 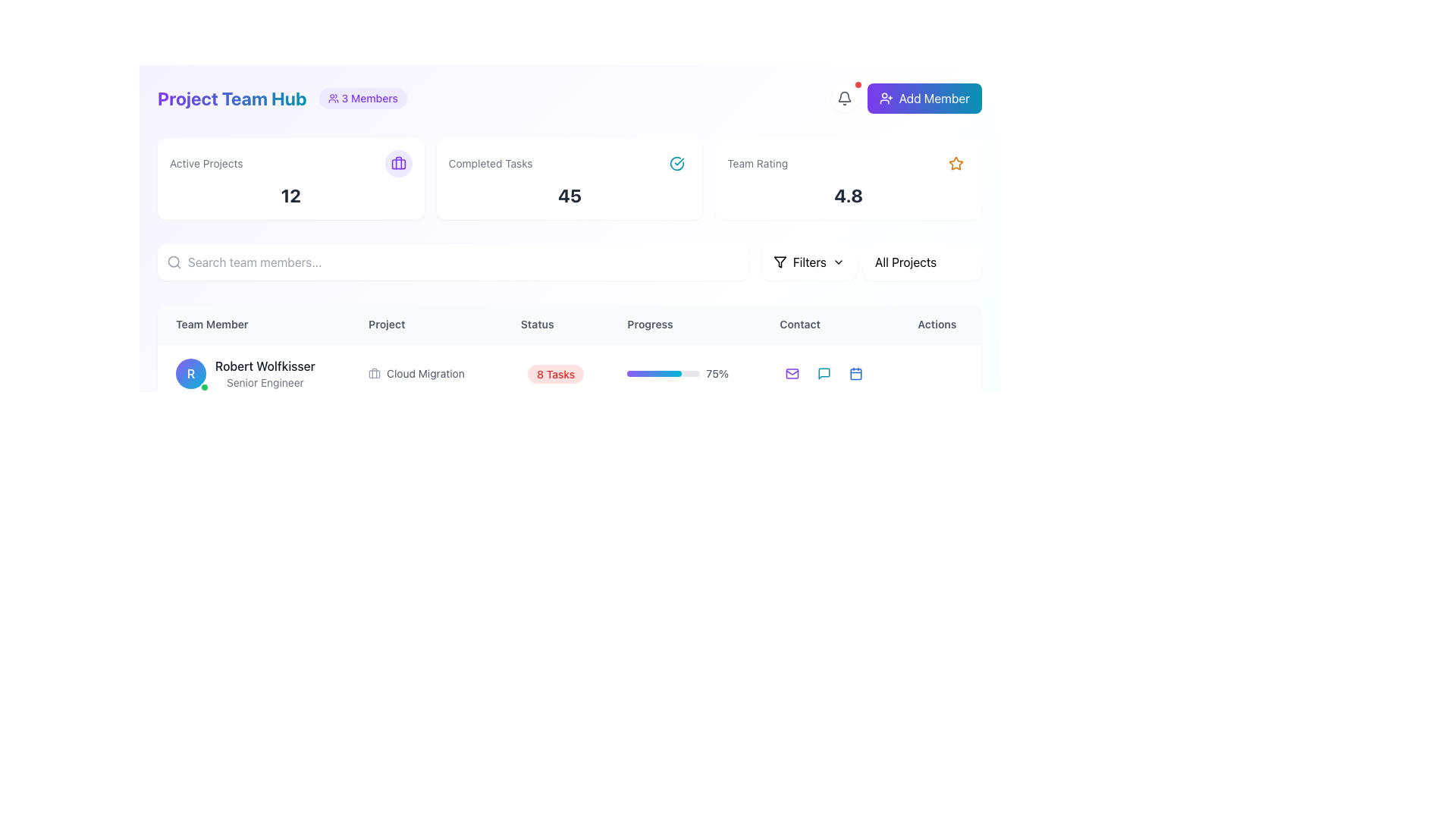 I want to click on the small purple icon depicting a group of people, located to the left of the text '3 Members', in the top-left section of the interface, so click(x=332, y=99).